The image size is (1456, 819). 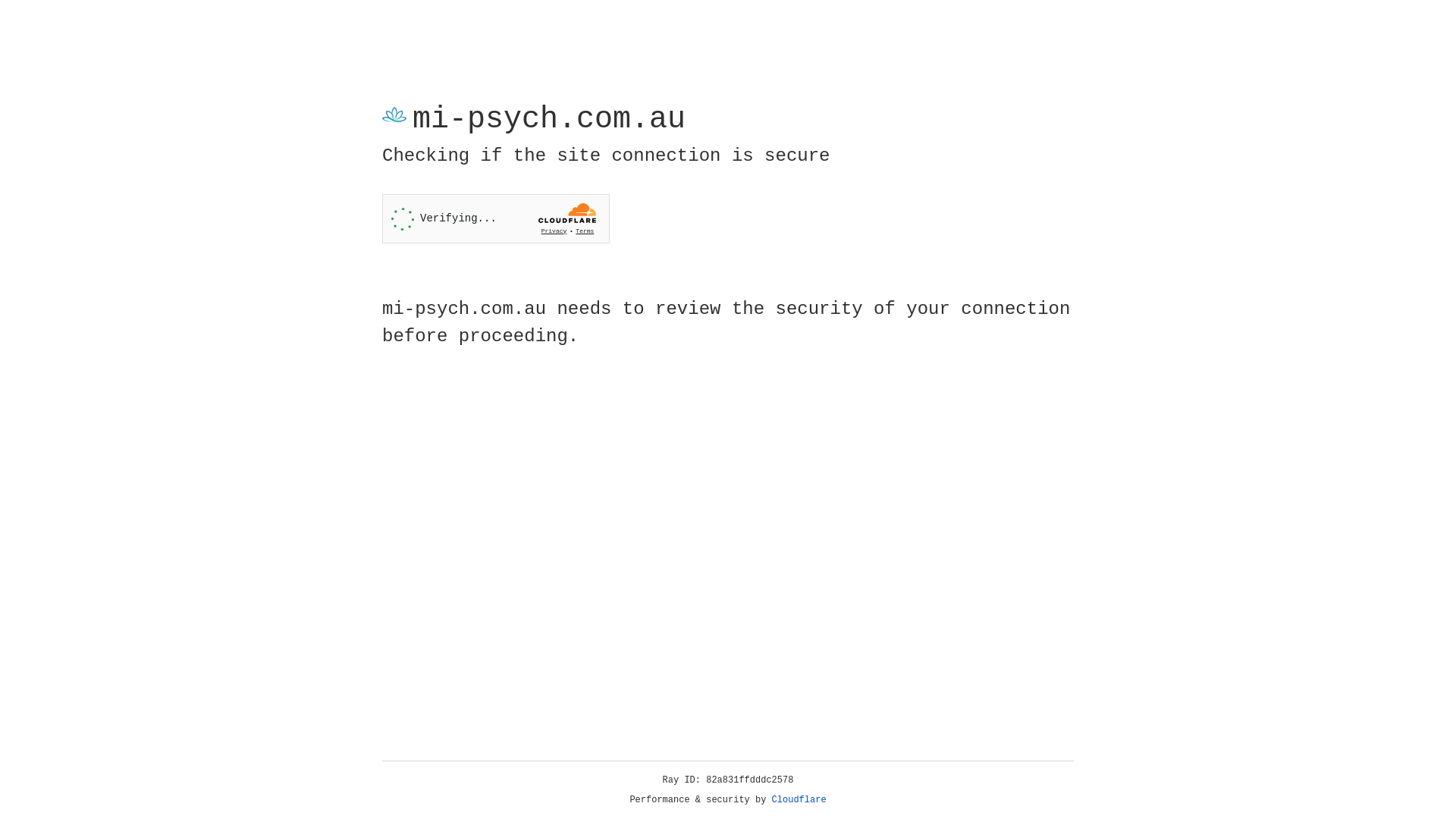 I want to click on 'Cloudflare', so click(x=799, y=799).